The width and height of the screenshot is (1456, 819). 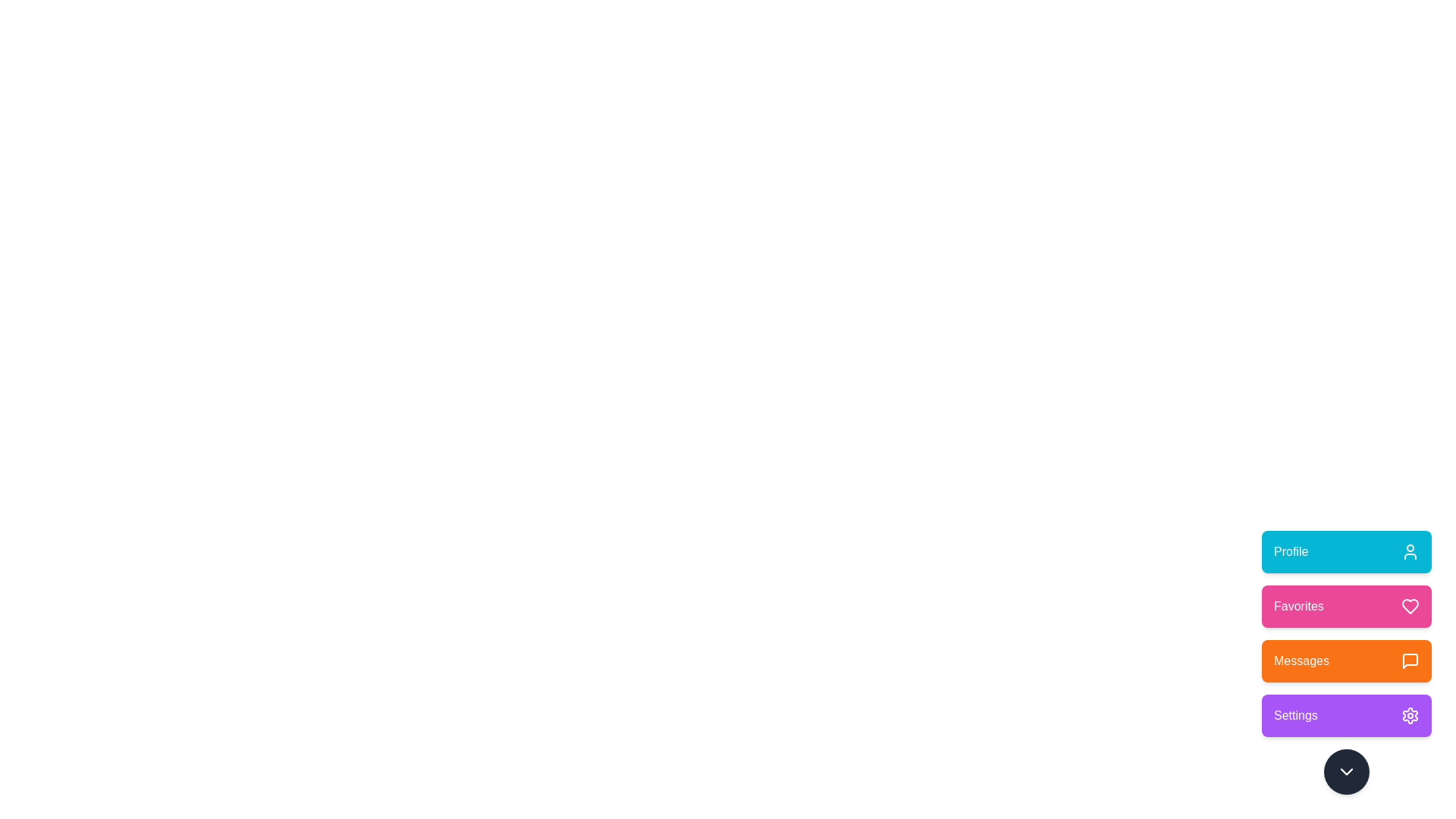 I want to click on the Profile button to observe its hover effect, so click(x=1347, y=552).